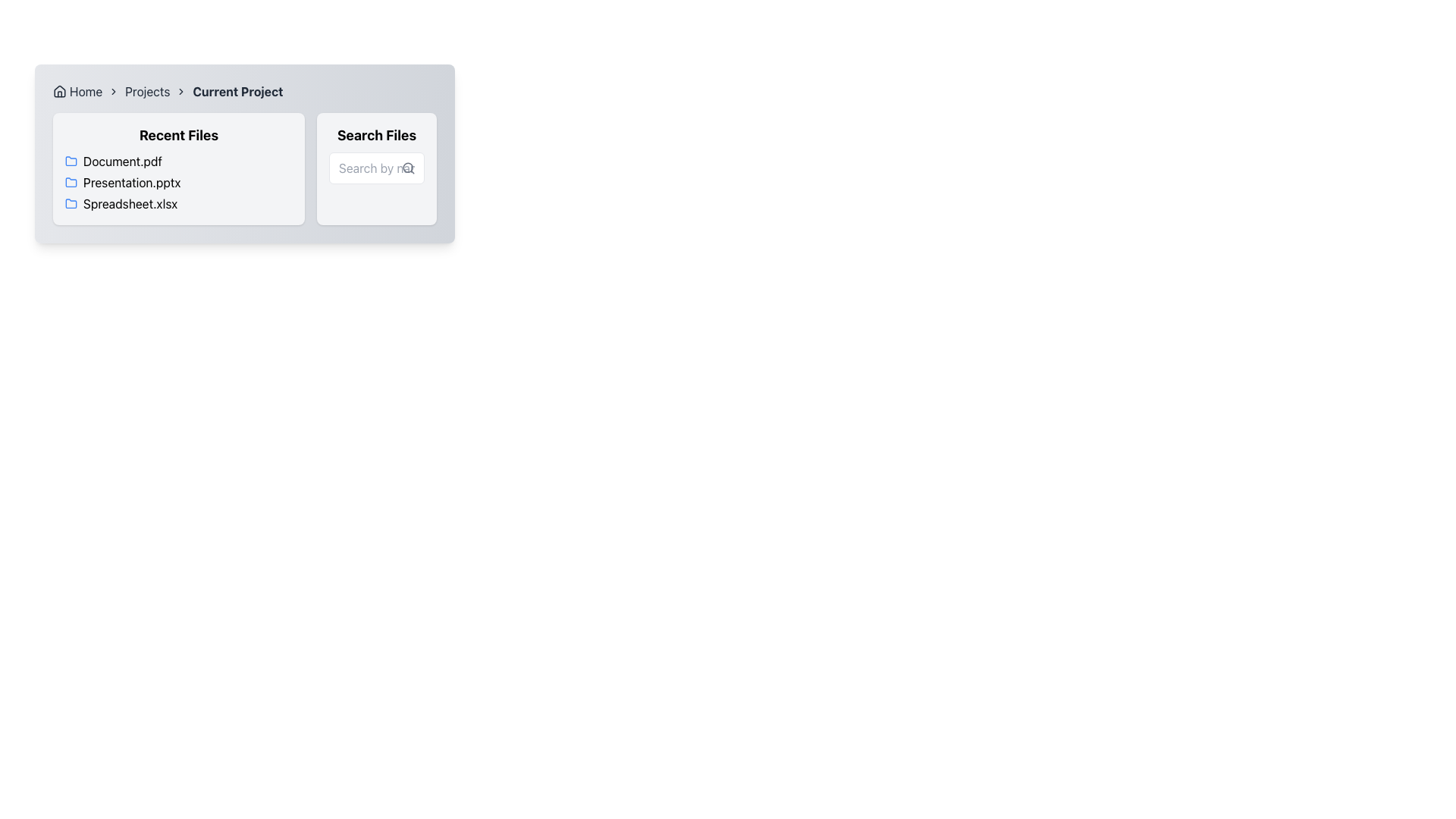 The height and width of the screenshot is (819, 1456). What do you see at coordinates (71, 203) in the screenshot?
I see `the blue folder icon representing files, which is located next to the label 'Spreadsheet.xlsx' in the 'Recent Files' section` at bounding box center [71, 203].